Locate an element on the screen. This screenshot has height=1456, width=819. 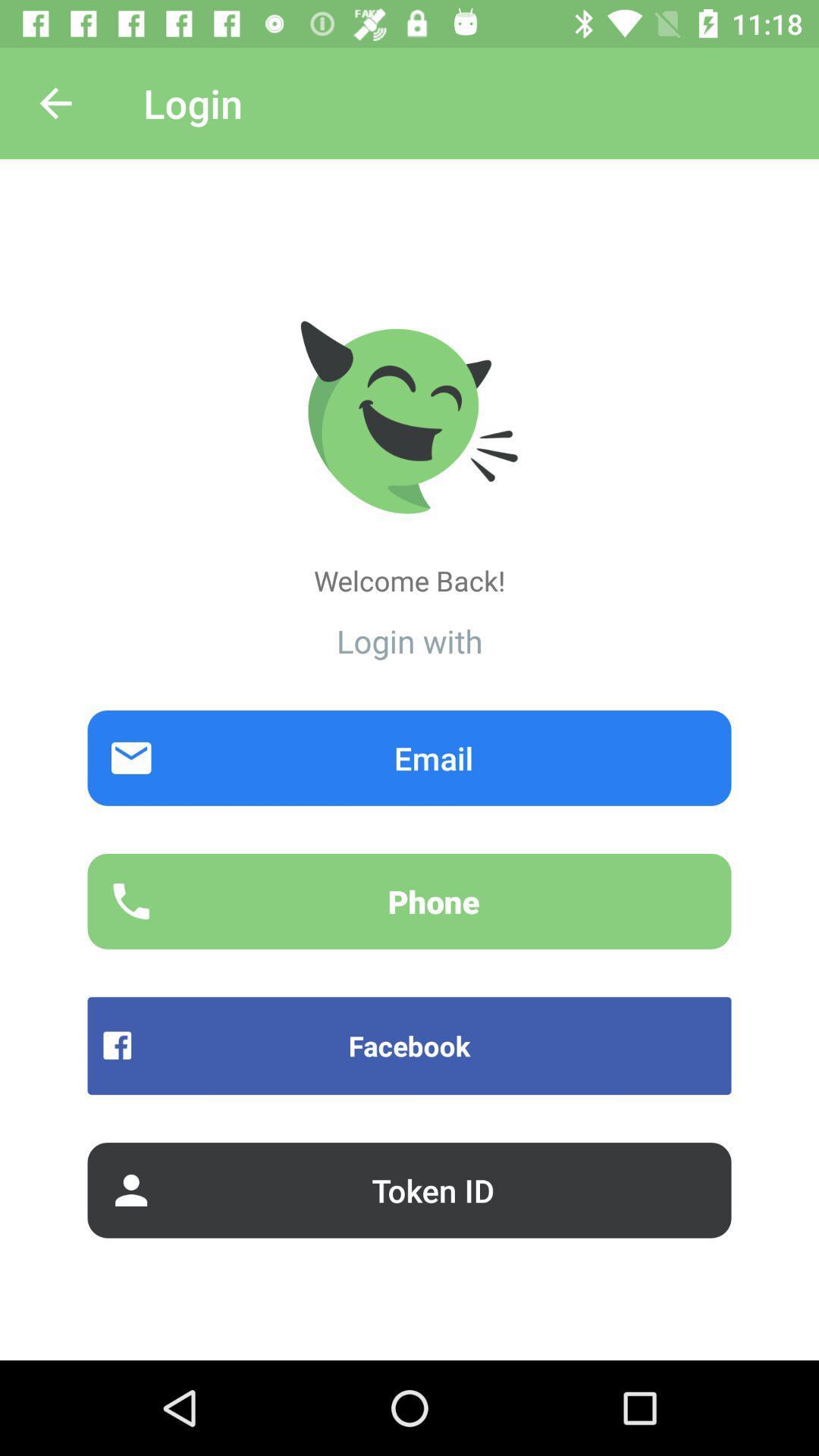
the item above phone is located at coordinates (409, 758).